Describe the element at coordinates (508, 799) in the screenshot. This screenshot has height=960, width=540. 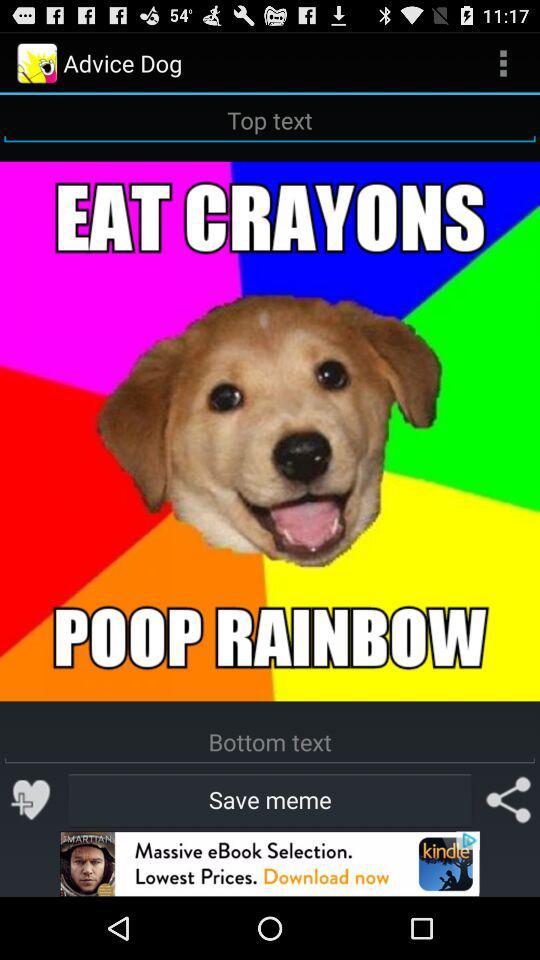
I see `share meme` at that location.